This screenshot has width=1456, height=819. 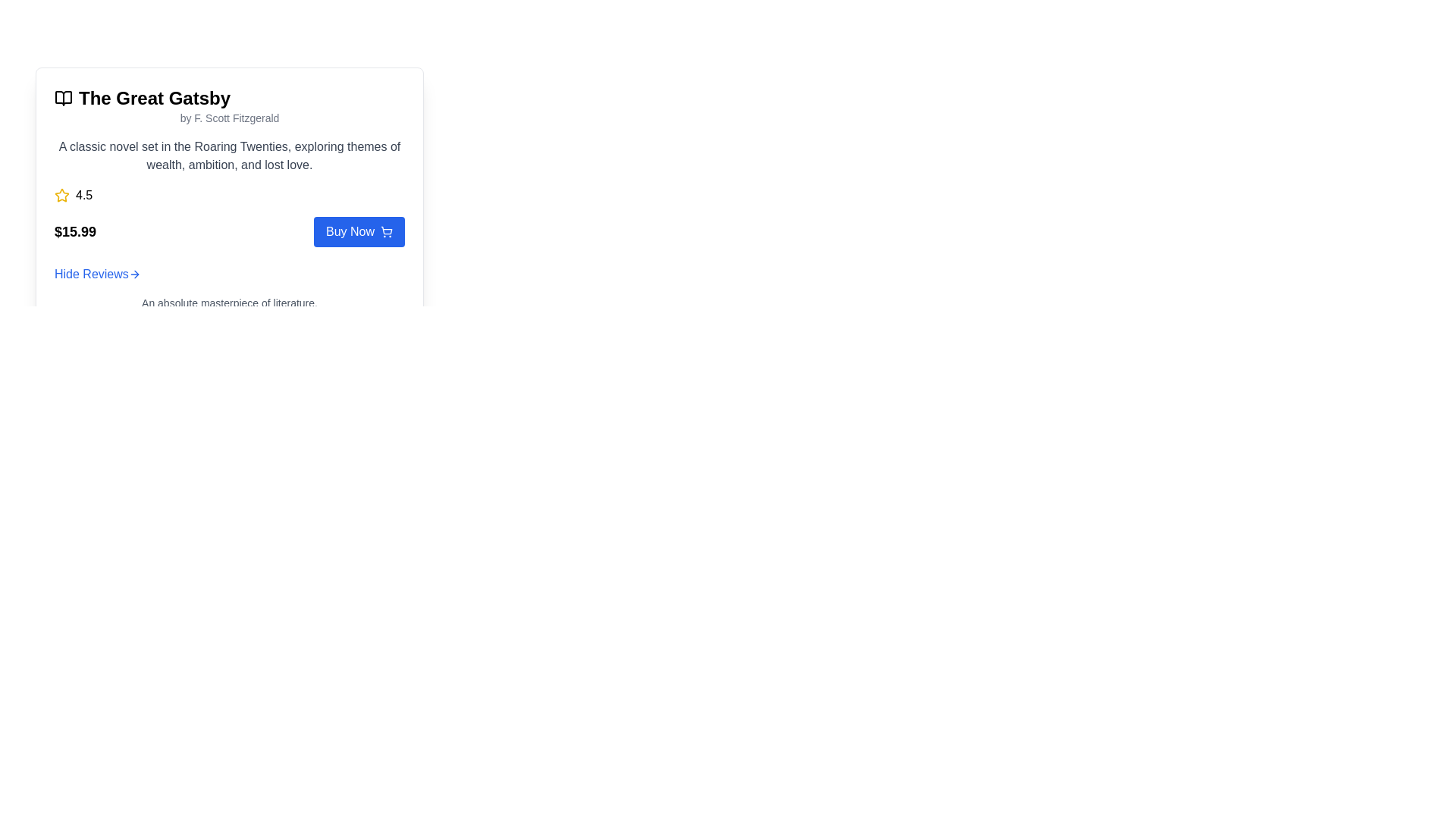 I want to click on the text label that reads 'A classic novel set in the Roaring Twenties, exploring themes of wealth, ambition, and lost love.' located within the card for 'The Great Gatsby', so click(x=228, y=155).